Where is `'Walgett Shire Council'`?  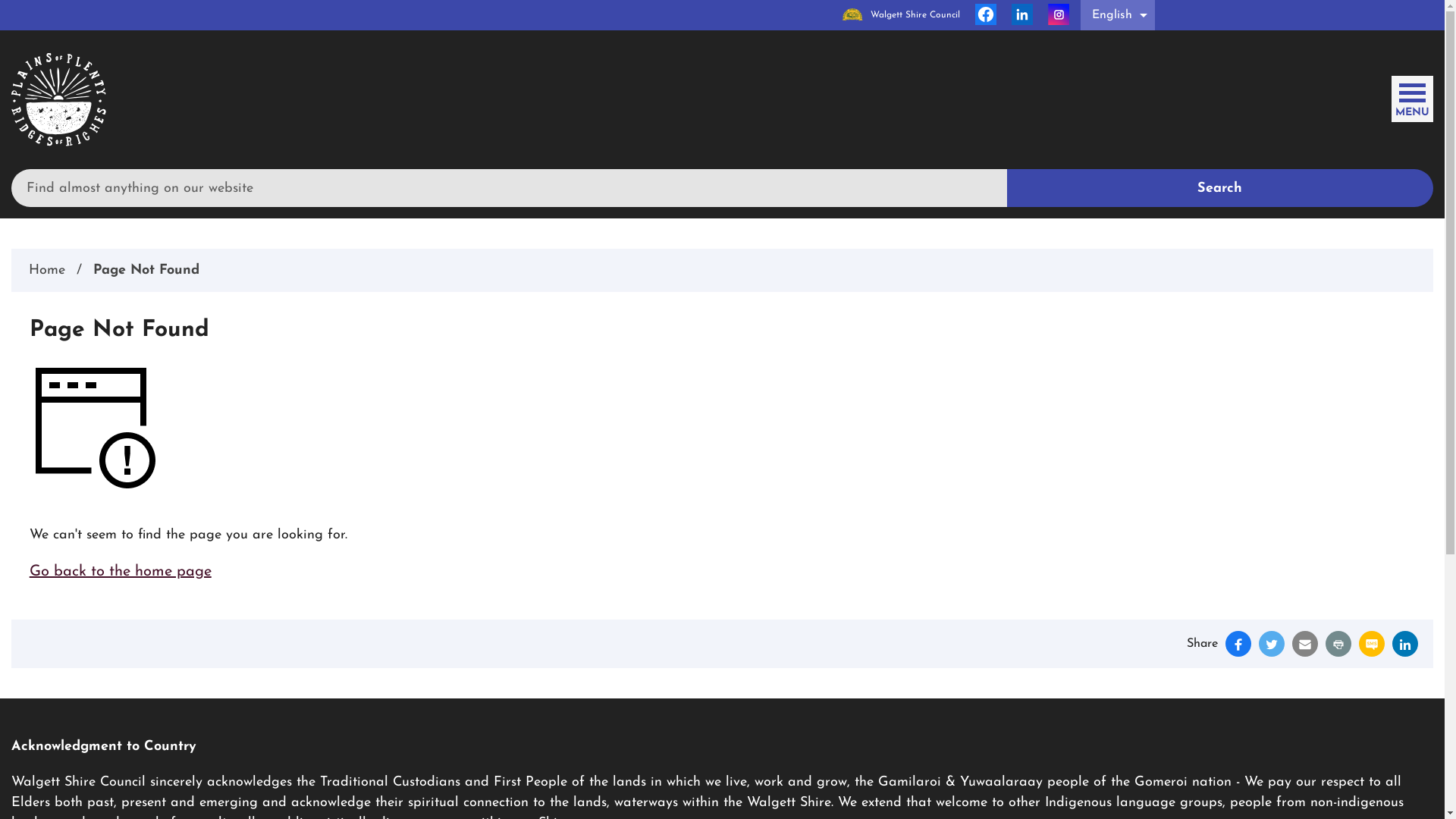 'Walgett Shire Council' is located at coordinates (901, 14).